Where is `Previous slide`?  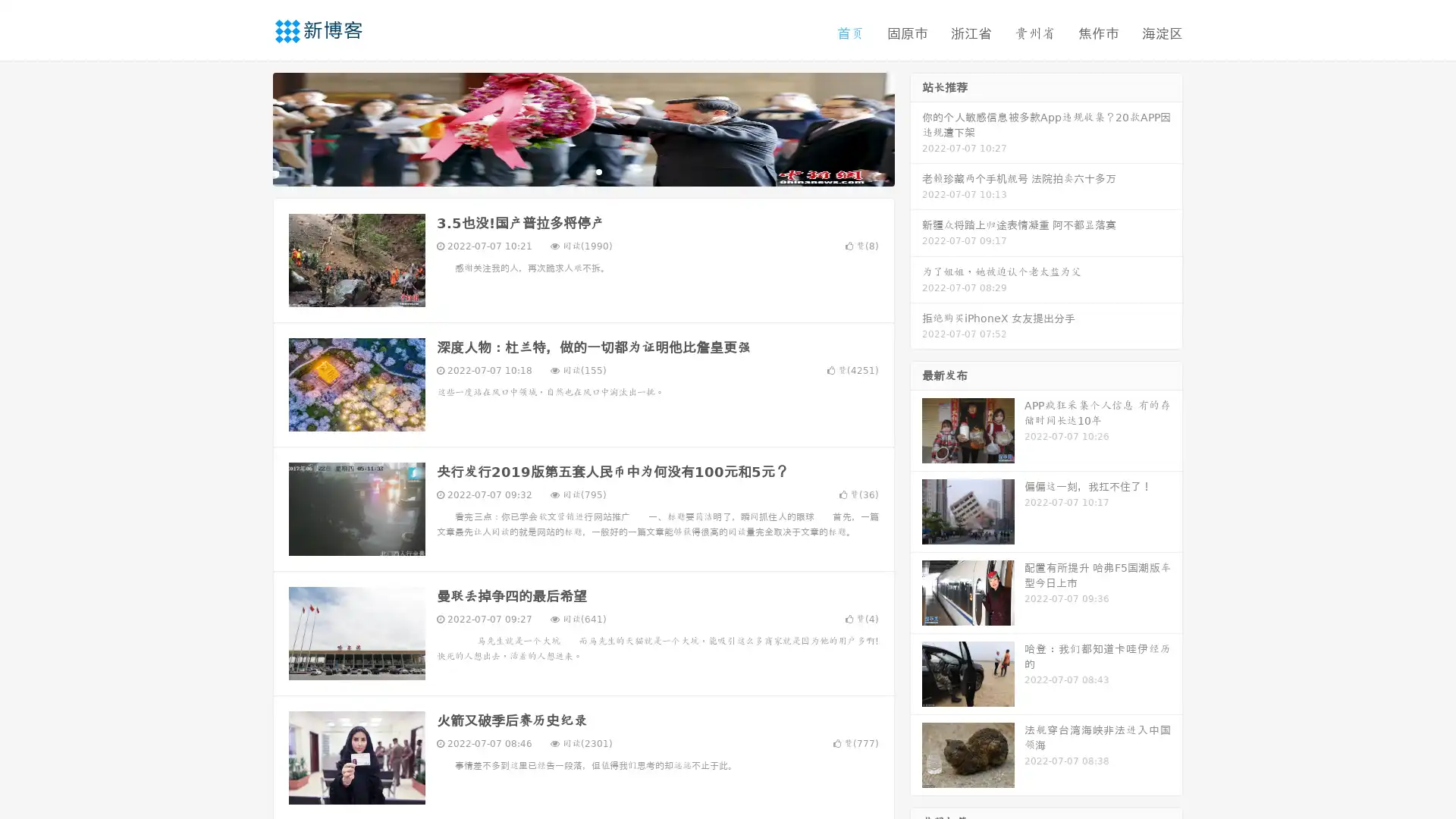
Previous slide is located at coordinates (250, 127).